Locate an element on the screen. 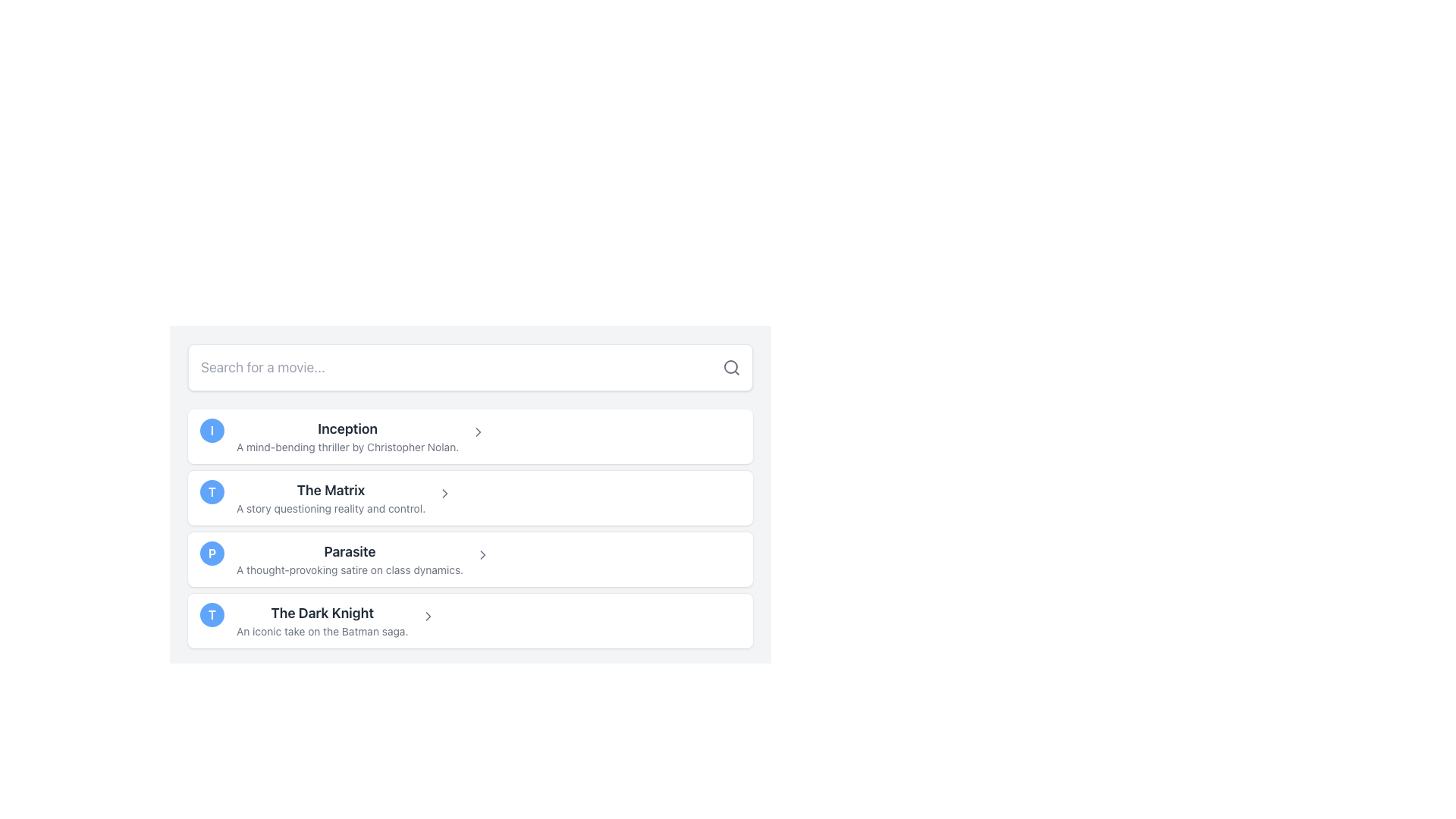  information displayed in the Text with Title and Description for the movie 'Parasite', which is located in the third list item of the movie entries is located at coordinates (349, 559).